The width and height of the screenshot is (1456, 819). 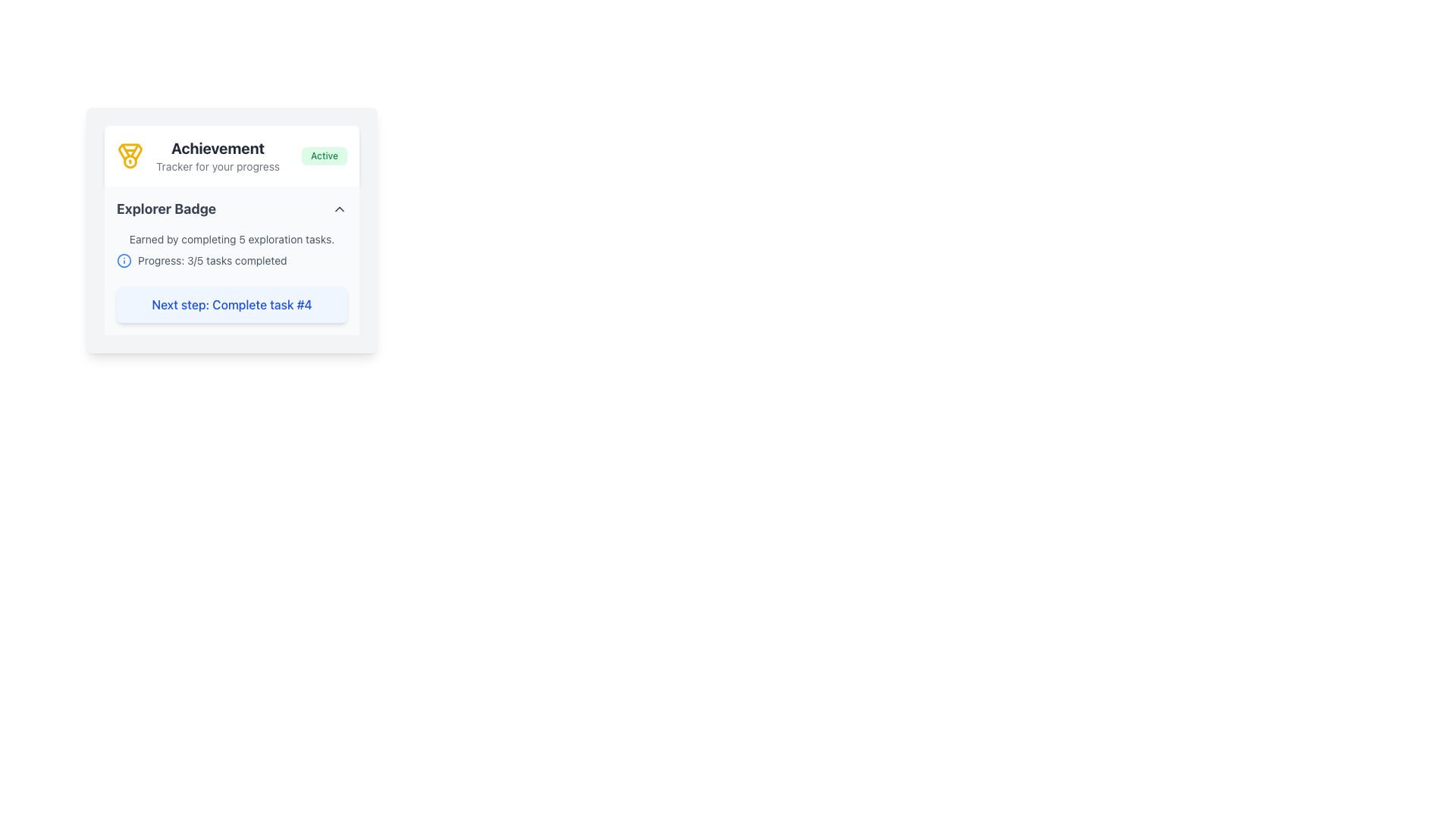 I want to click on the Status Indicator Badge located in the top-right corner of the 'Achievement' card, which indicates that the corresponding item is active, so click(x=323, y=155).